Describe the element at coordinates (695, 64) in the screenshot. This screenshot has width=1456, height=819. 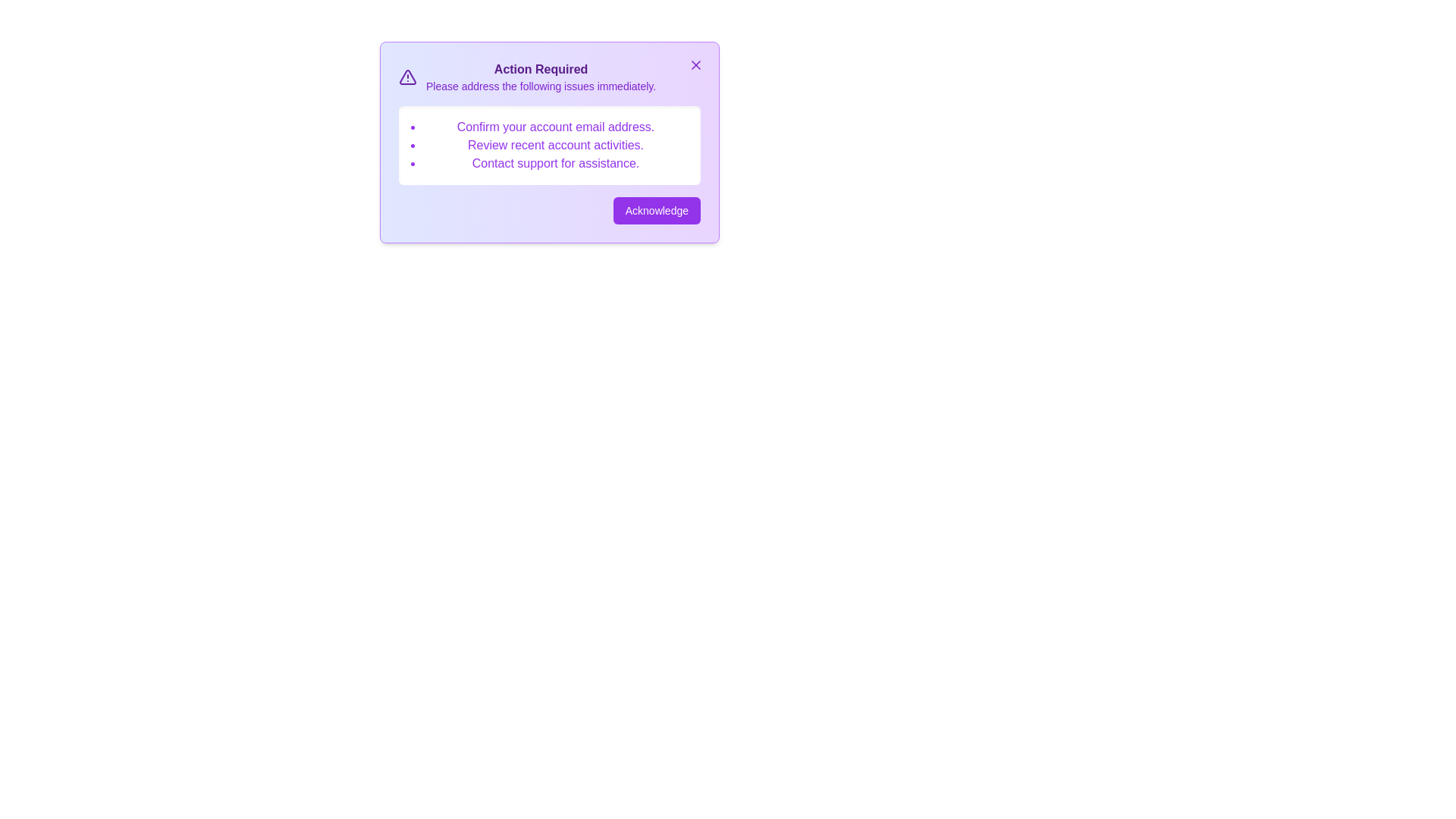
I see `the close button to close the alert` at that location.